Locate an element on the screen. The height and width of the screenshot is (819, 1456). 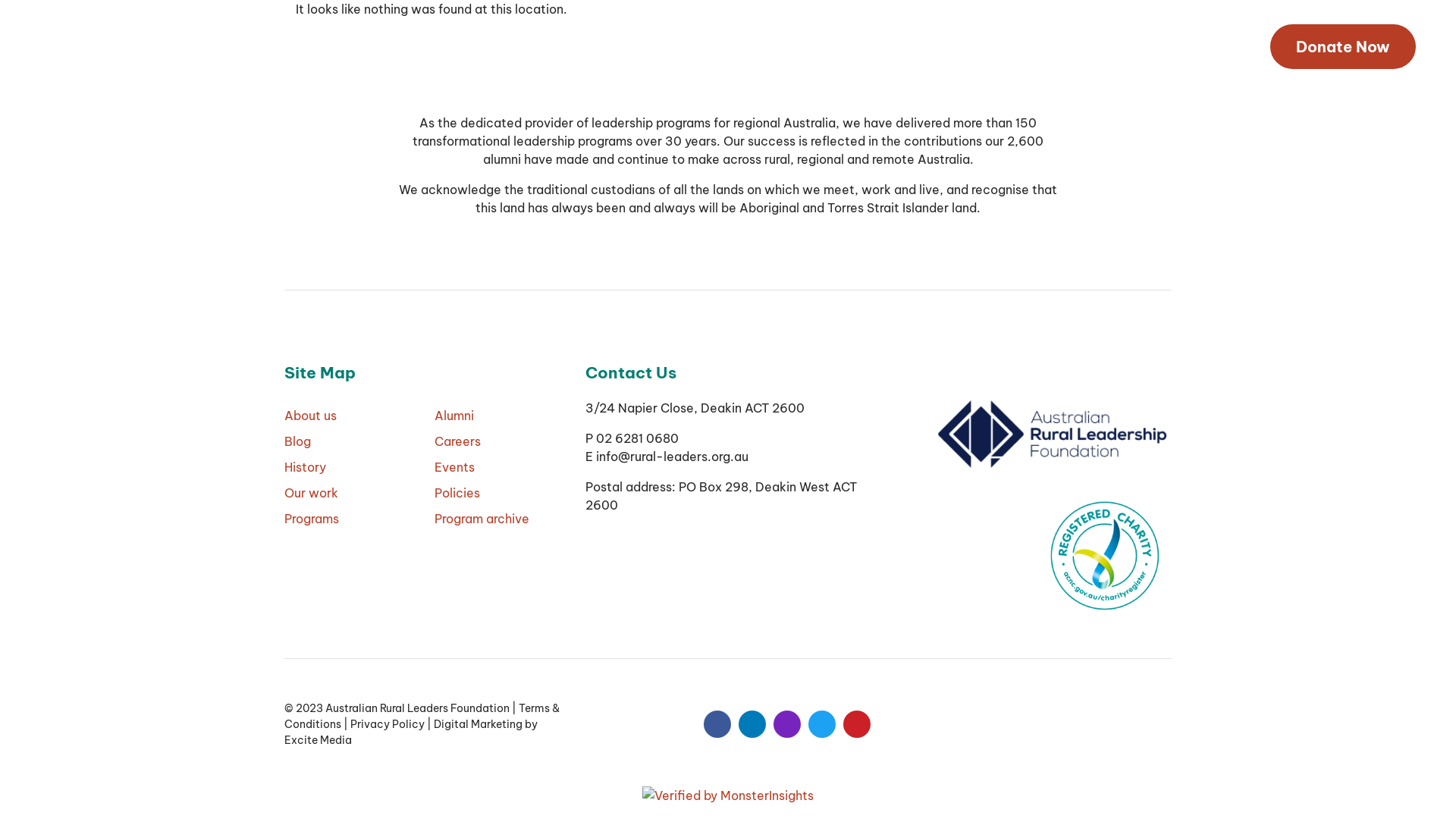
'Donate Now' is located at coordinates (1343, 45).